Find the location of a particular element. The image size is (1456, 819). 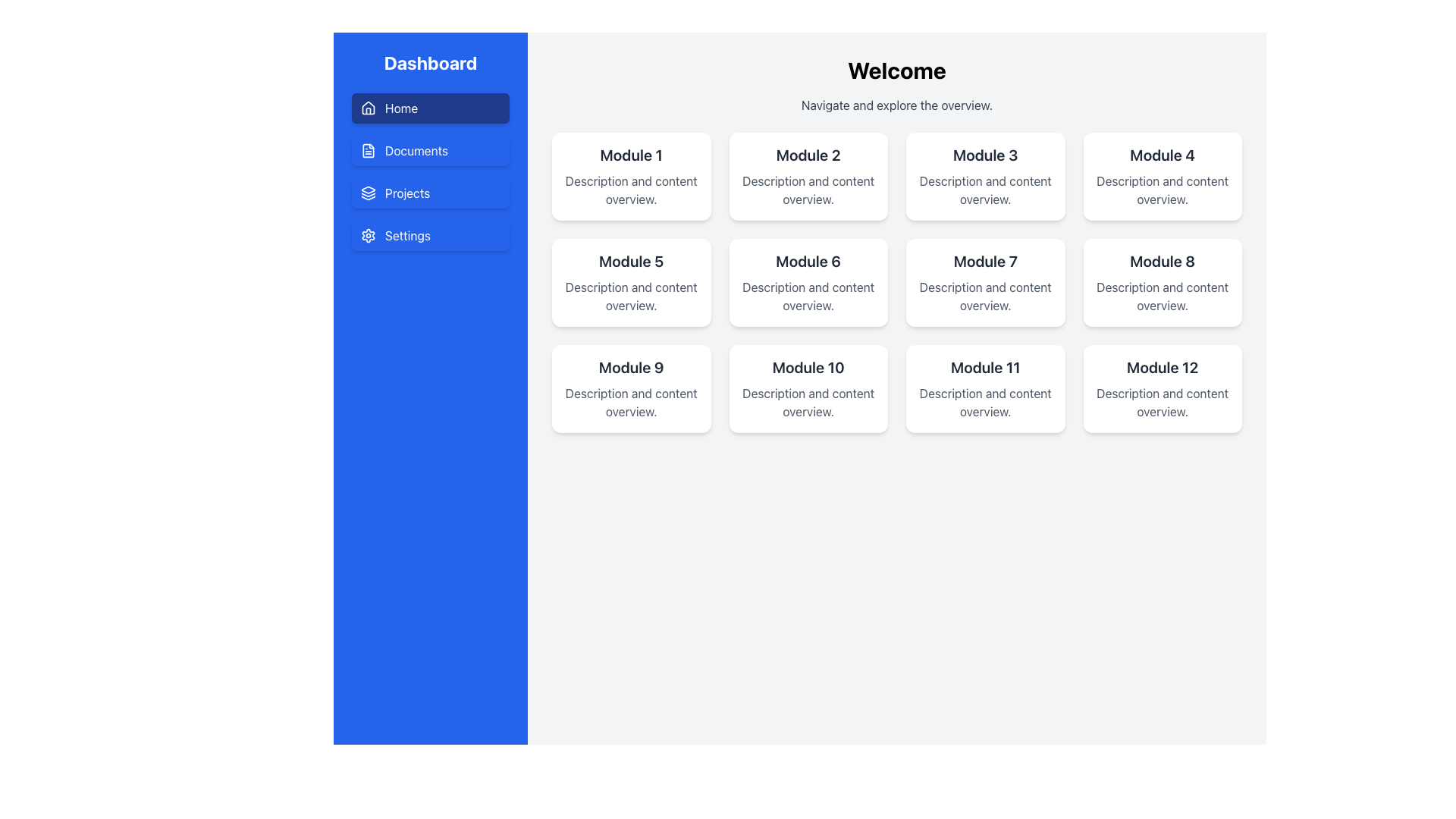

text content of the title label located in the card titled 'Module 11' in the second row, third column of the grid layout is located at coordinates (985, 368).